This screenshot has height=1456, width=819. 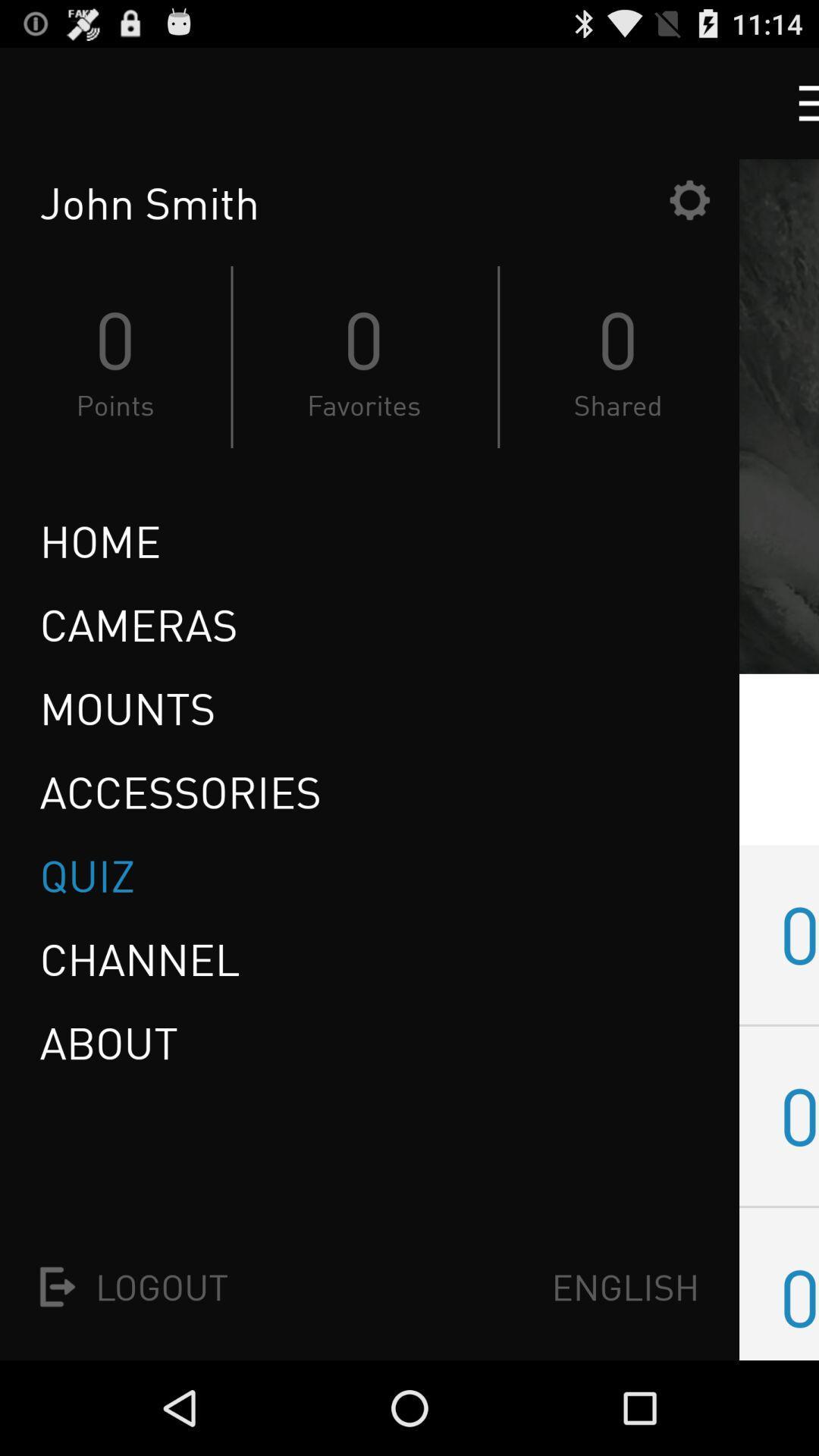 What do you see at coordinates (798, 1296) in the screenshot?
I see `the icon below the 02 icon` at bounding box center [798, 1296].